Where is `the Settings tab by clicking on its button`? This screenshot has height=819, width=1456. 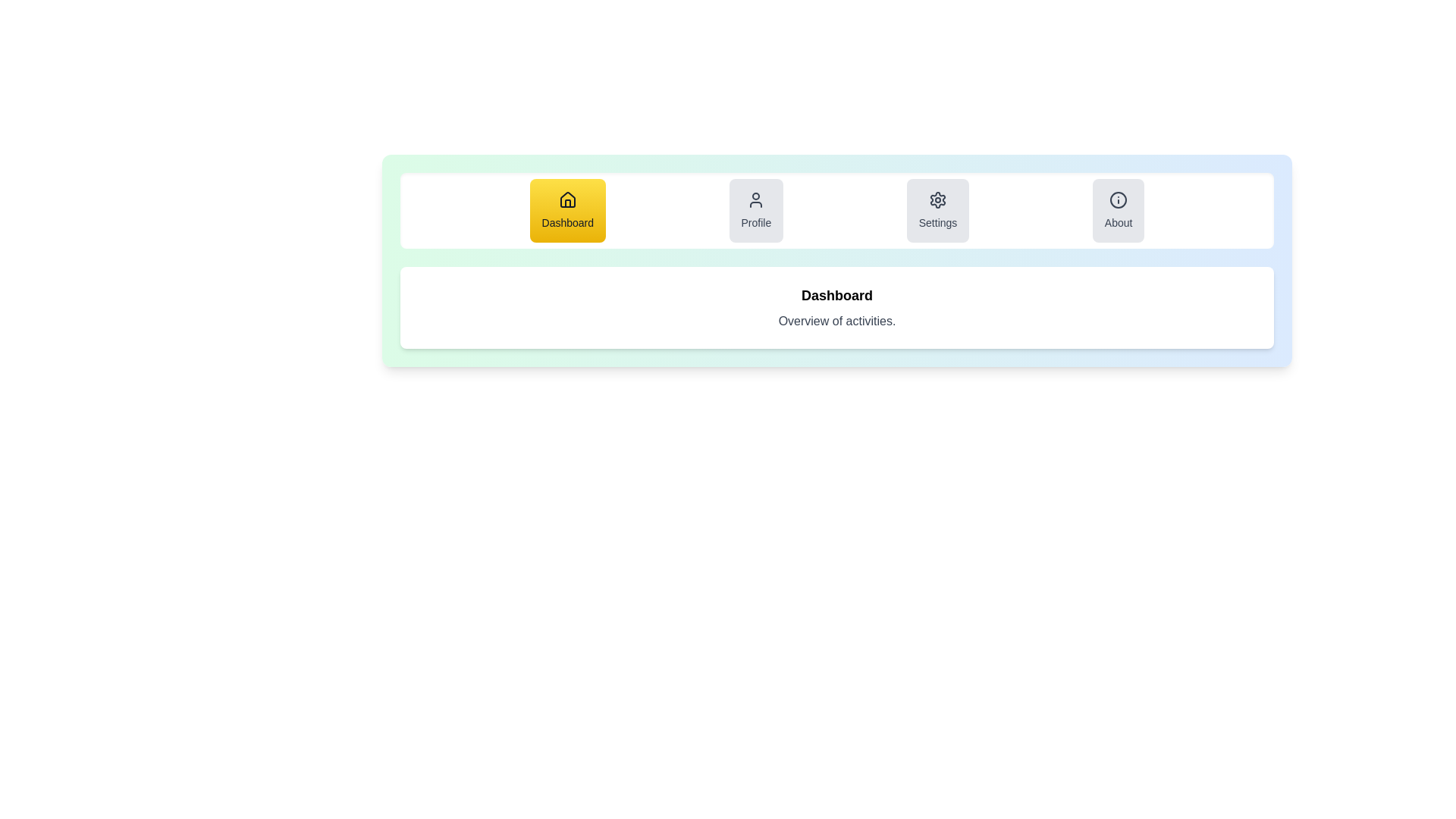 the Settings tab by clicking on its button is located at coordinates (937, 210).